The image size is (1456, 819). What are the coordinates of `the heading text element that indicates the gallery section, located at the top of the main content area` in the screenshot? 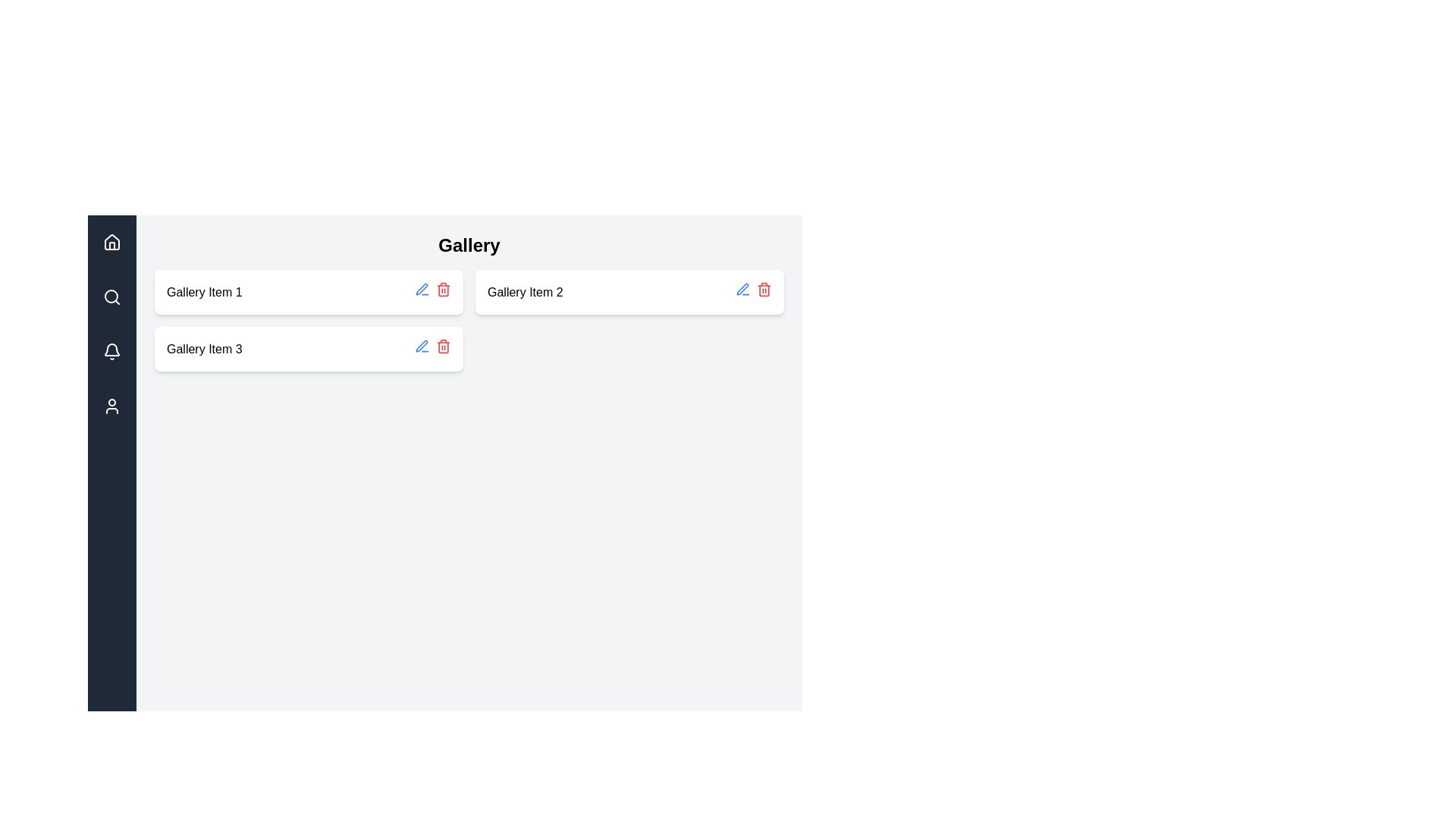 It's located at (469, 245).